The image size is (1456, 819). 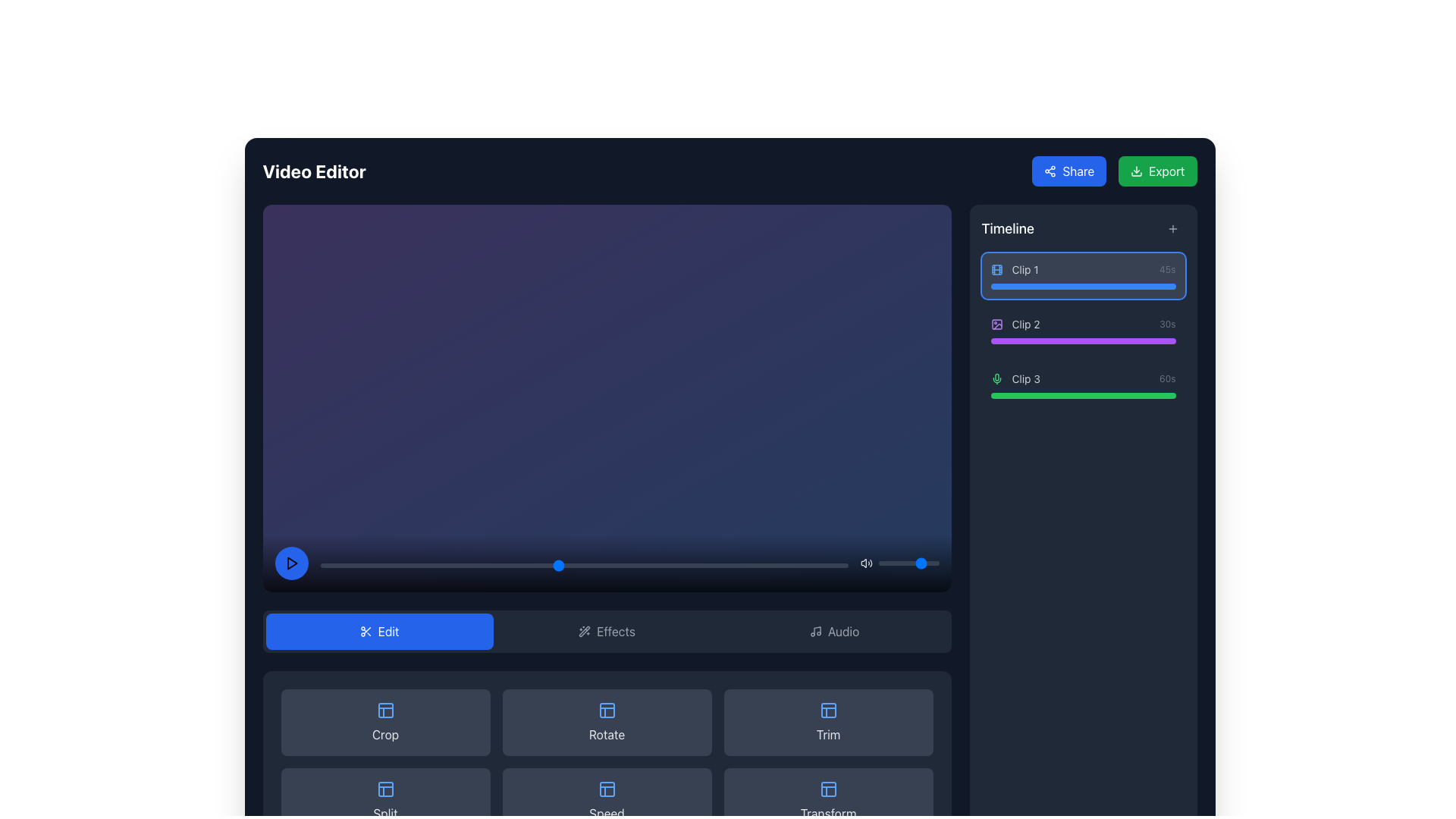 What do you see at coordinates (827, 721) in the screenshot?
I see `the 'Trim' button located in the third column of the first row within a grid of six buttons to observe the background color change` at bounding box center [827, 721].